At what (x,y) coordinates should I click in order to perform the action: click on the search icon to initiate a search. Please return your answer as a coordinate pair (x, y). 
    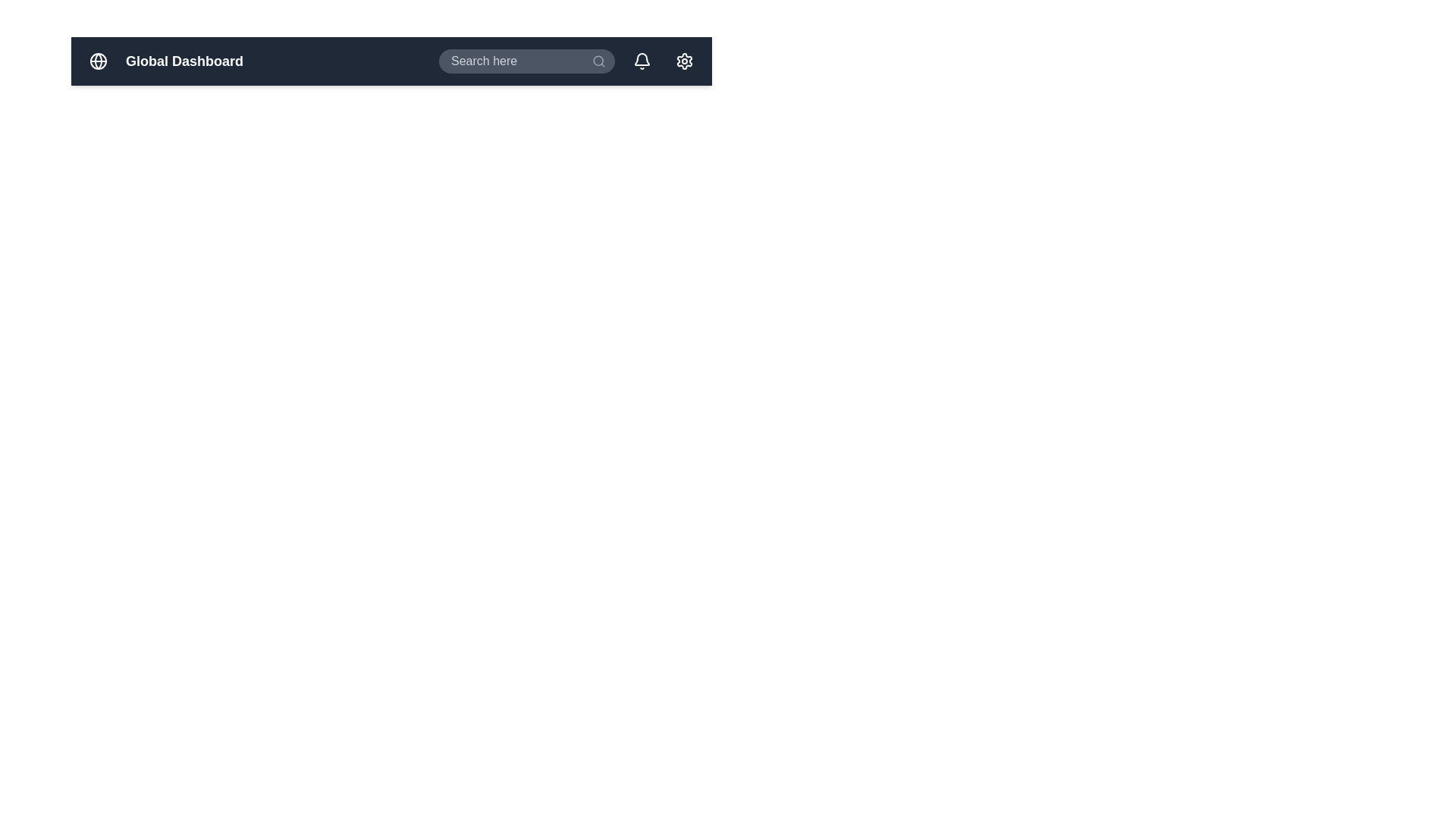
    Looking at the image, I should click on (598, 61).